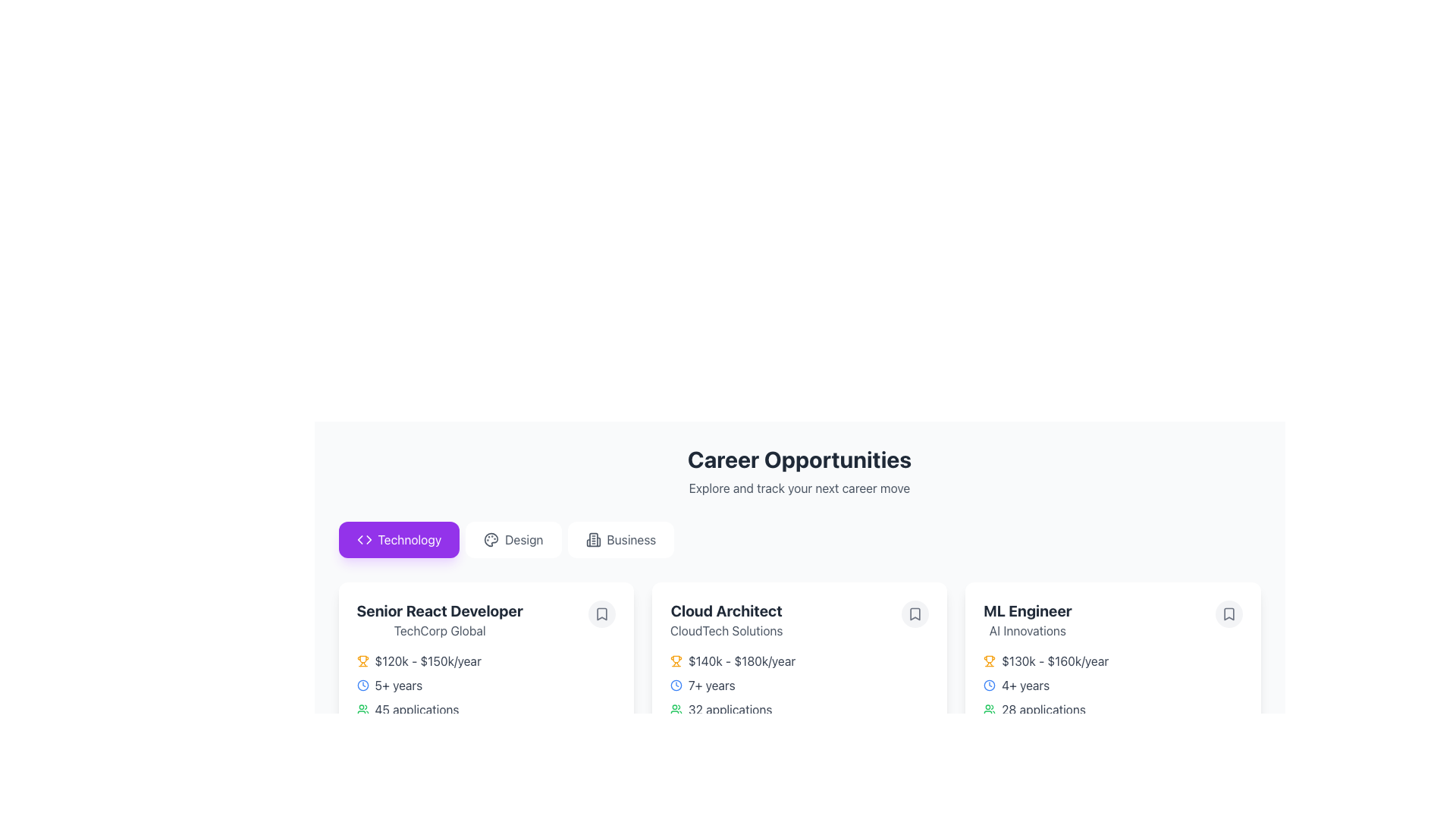 The height and width of the screenshot is (819, 1456). What do you see at coordinates (1028, 631) in the screenshot?
I see `the informational text label related to the career opportunity for the 'ML Engineer' position, which is the second text component in the third card under the 'Career Opportunities' section` at bounding box center [1028, 631].